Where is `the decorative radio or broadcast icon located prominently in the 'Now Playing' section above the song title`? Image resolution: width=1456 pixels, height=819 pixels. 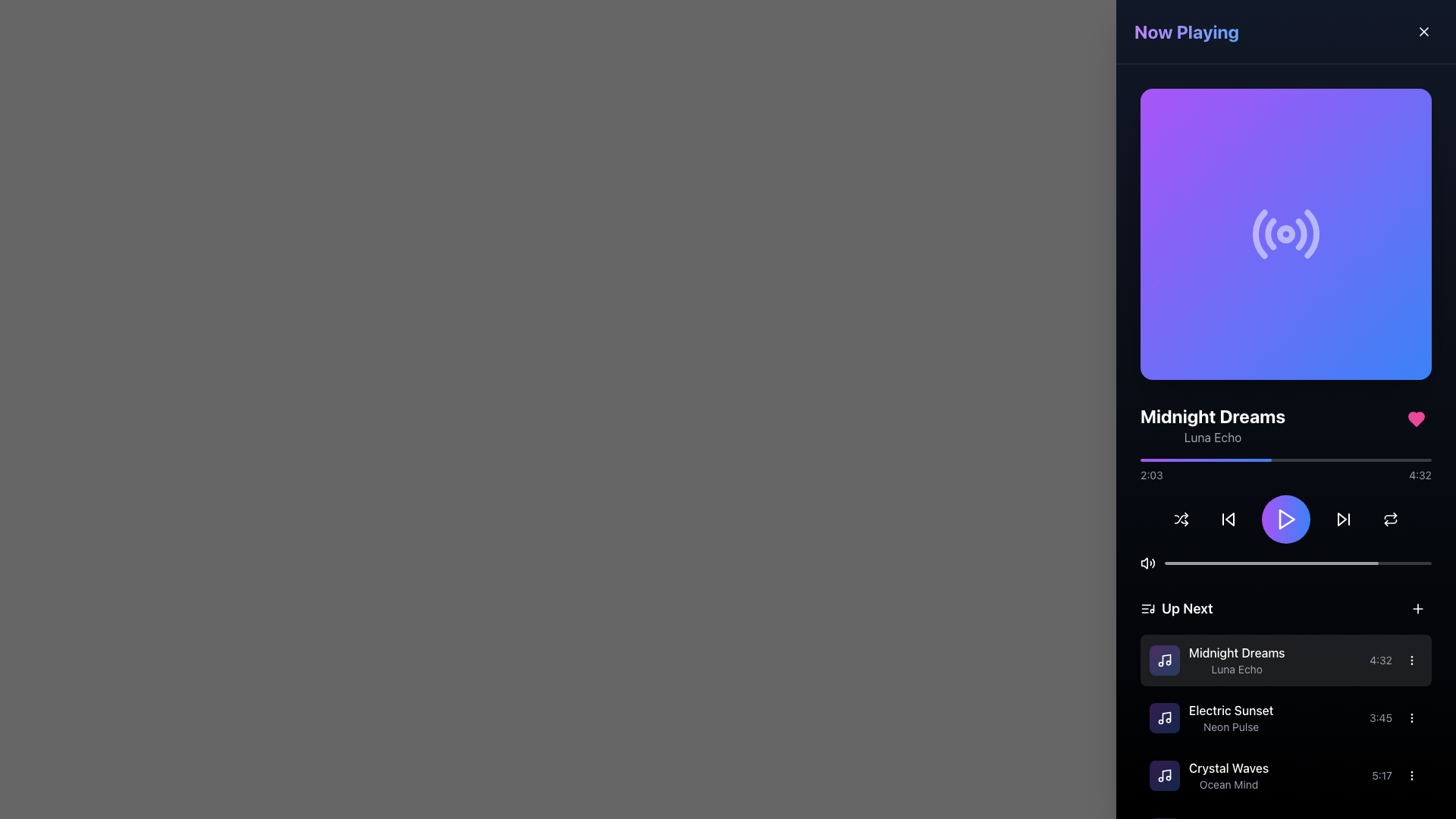
the decorative radio or broadcast icon located prominently in the 'Now Playing' section above the song title is located at coordinates (1285, 234).